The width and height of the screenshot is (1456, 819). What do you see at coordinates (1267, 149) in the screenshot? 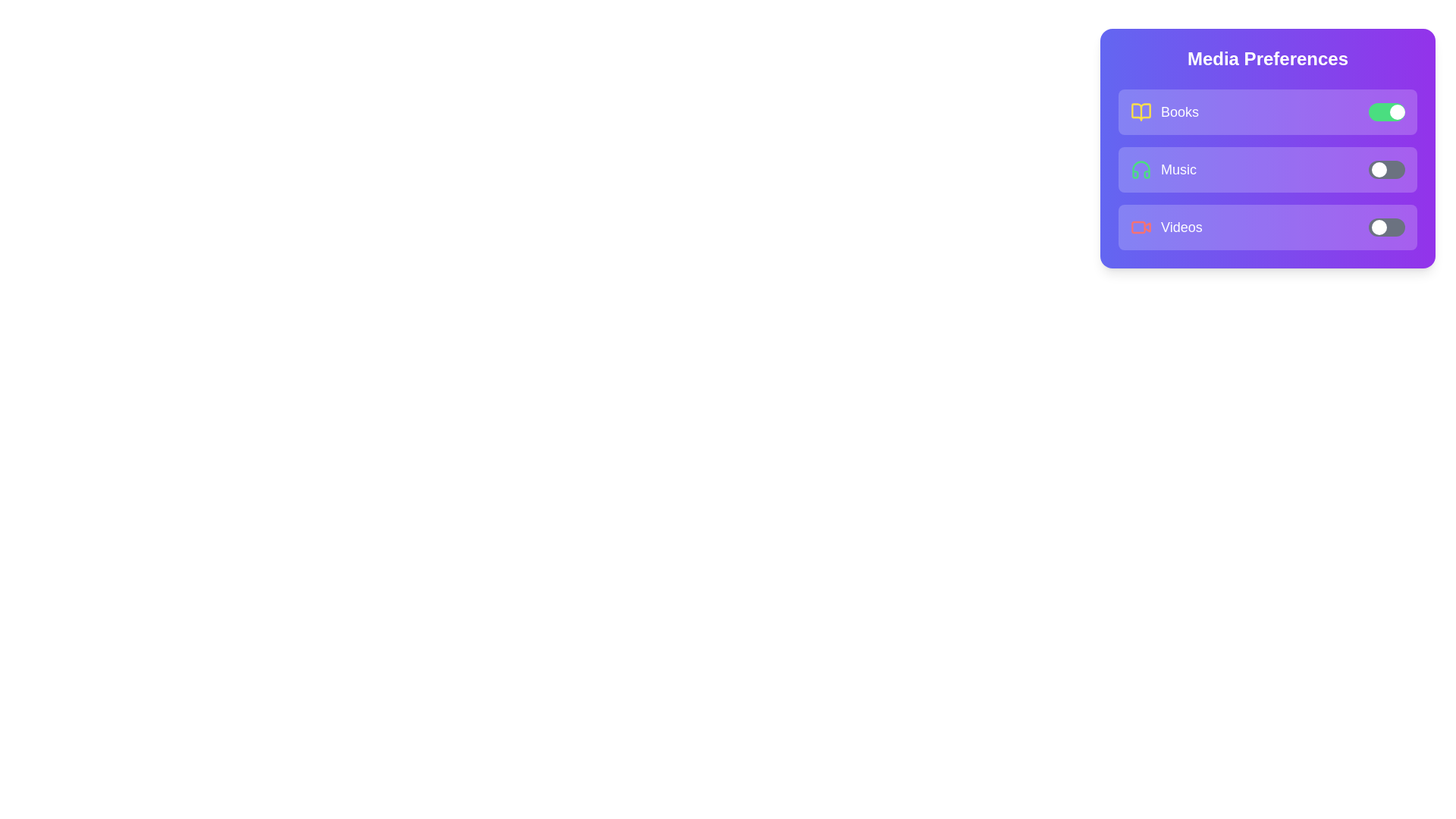
I see `the toggle switch on the 'Music' preference-setting component` at bounding box center [1267, 149].